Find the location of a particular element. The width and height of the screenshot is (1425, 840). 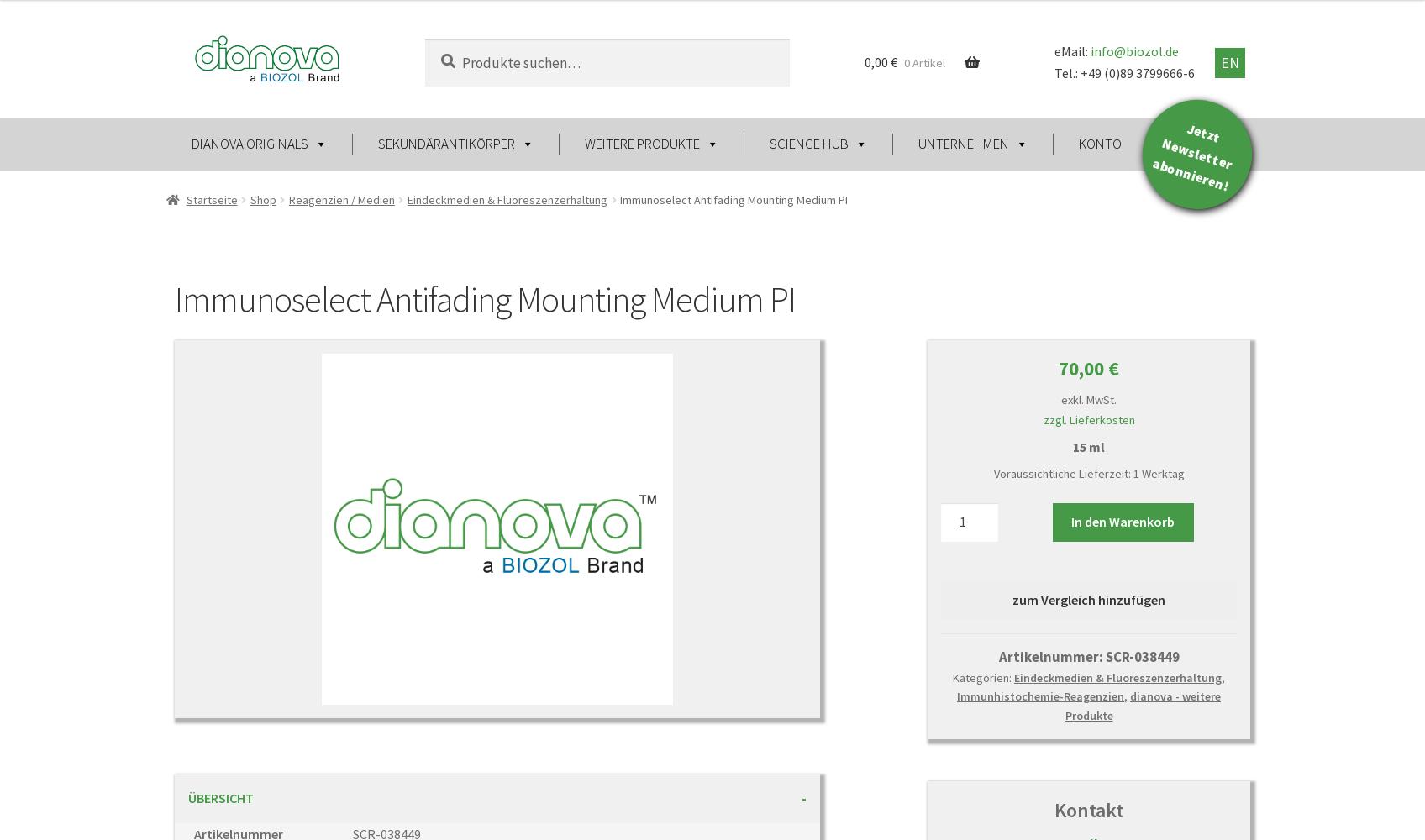

'Kategorien:' is located at coordinates (983, 677).